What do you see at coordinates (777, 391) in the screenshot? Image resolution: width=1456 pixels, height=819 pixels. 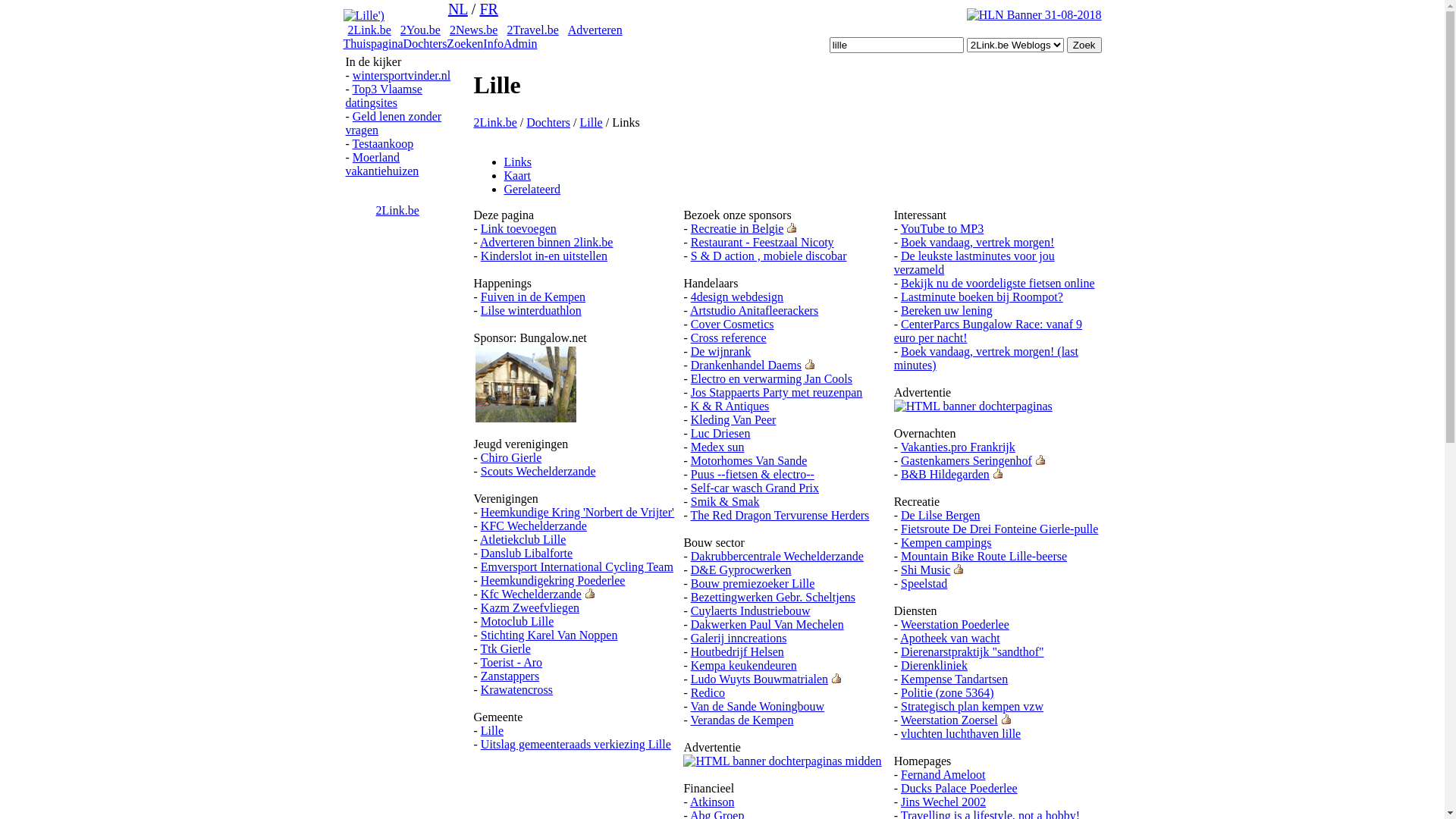 I see `'Jos Stappaerts Party met reuzenpan'` at bounding box center [777, 391].